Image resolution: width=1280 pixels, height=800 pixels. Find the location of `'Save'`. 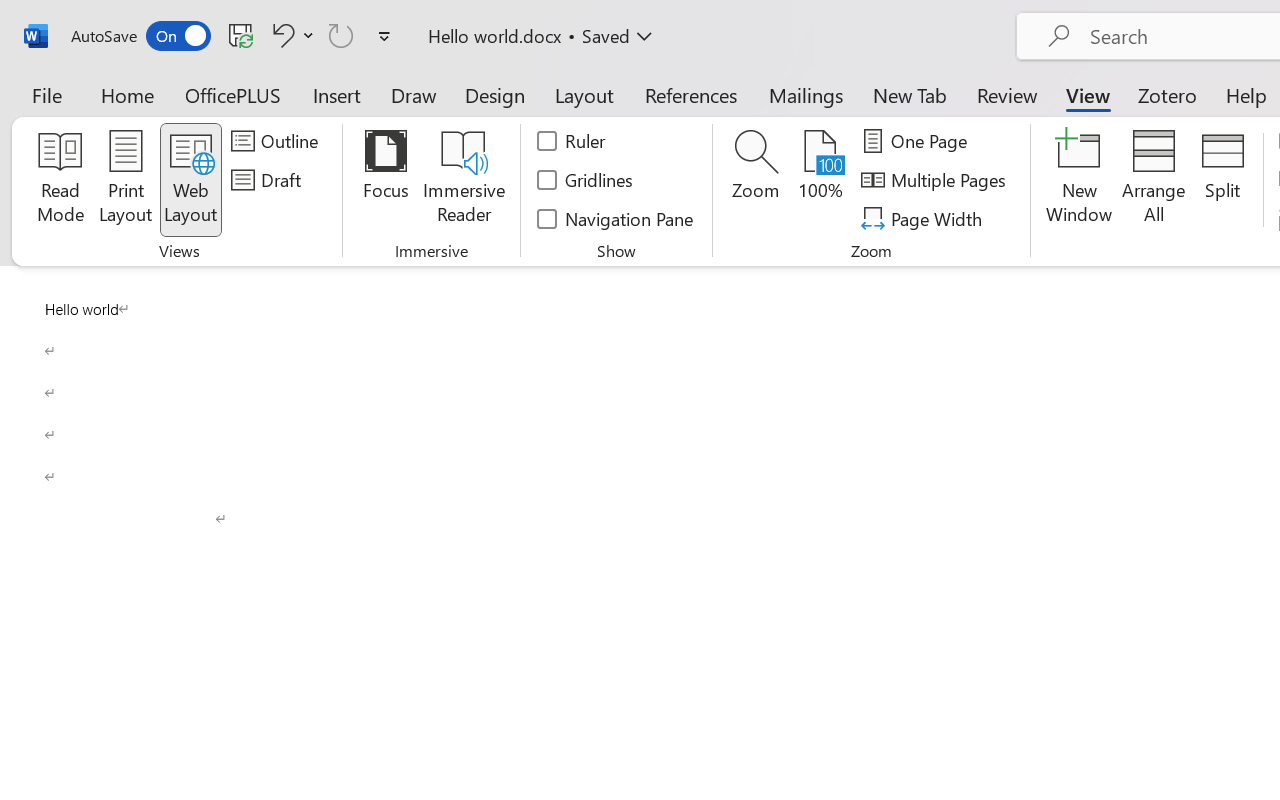

'Save' is located at coordinates (240, 34).